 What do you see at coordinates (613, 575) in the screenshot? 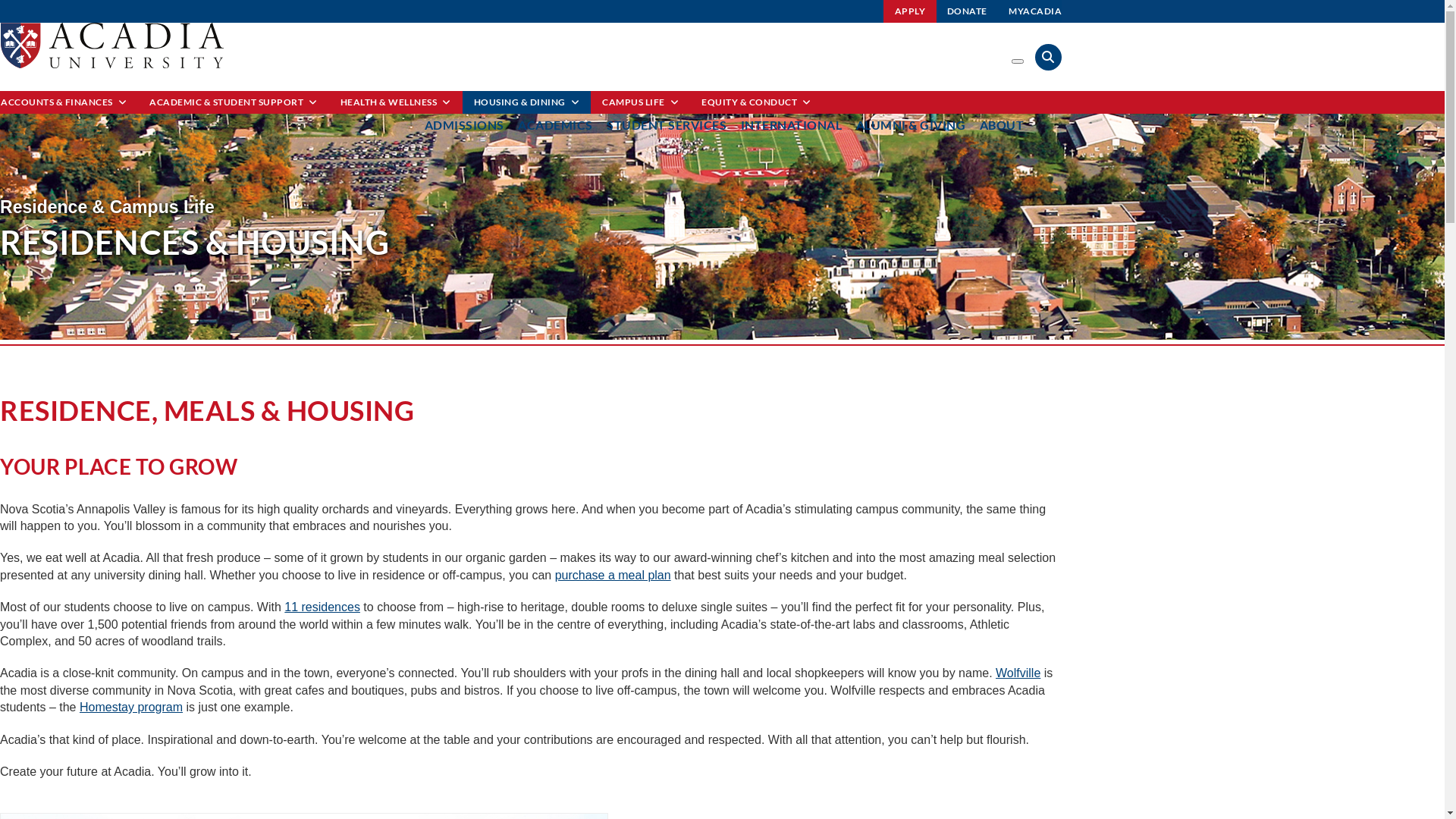
I see `'purchase a meal plan'` at bounding box center [613, 575].